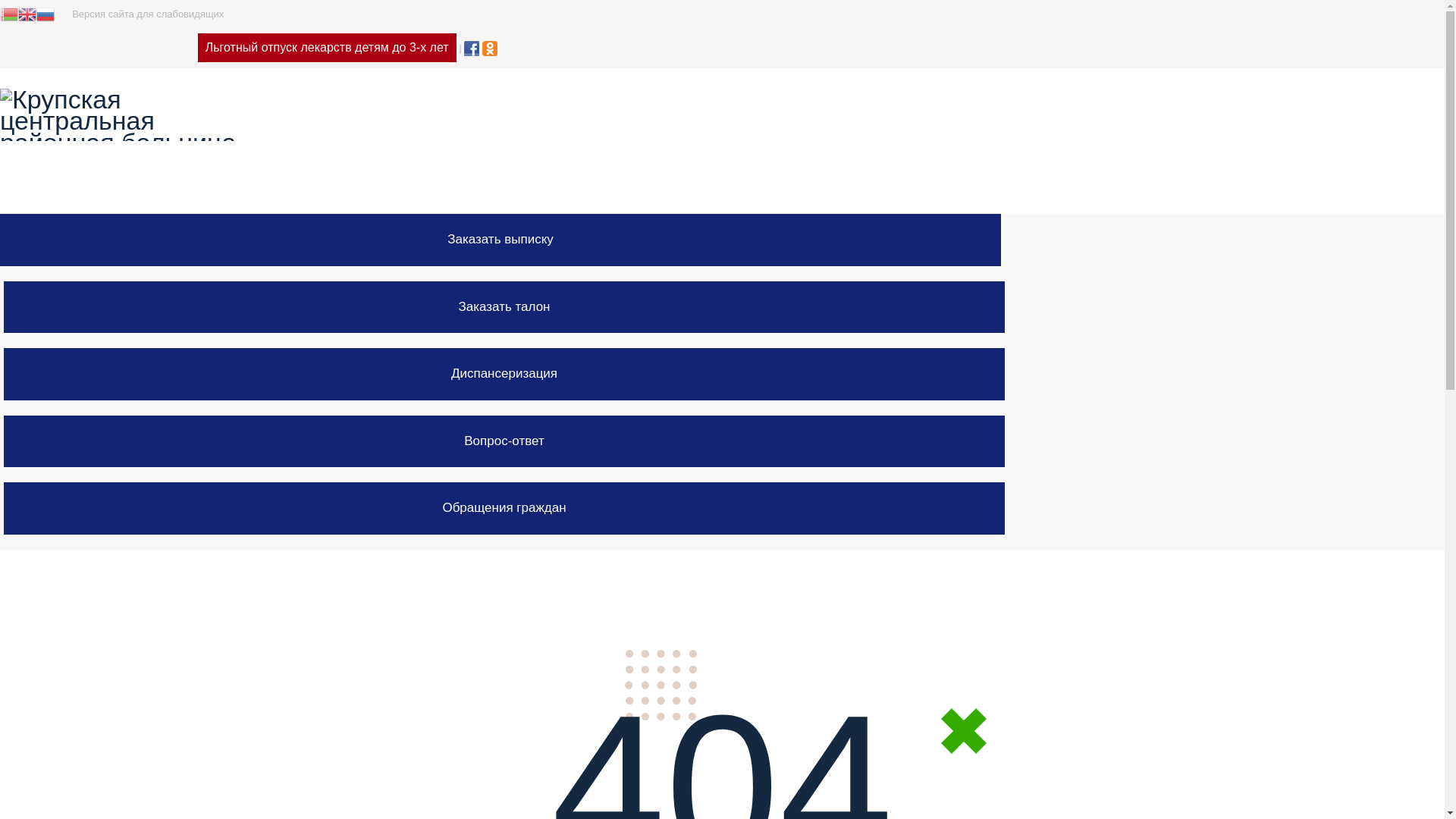 The width and height of the screenshot is (1456, 819). I want to click on 'English', so click(27, 13).